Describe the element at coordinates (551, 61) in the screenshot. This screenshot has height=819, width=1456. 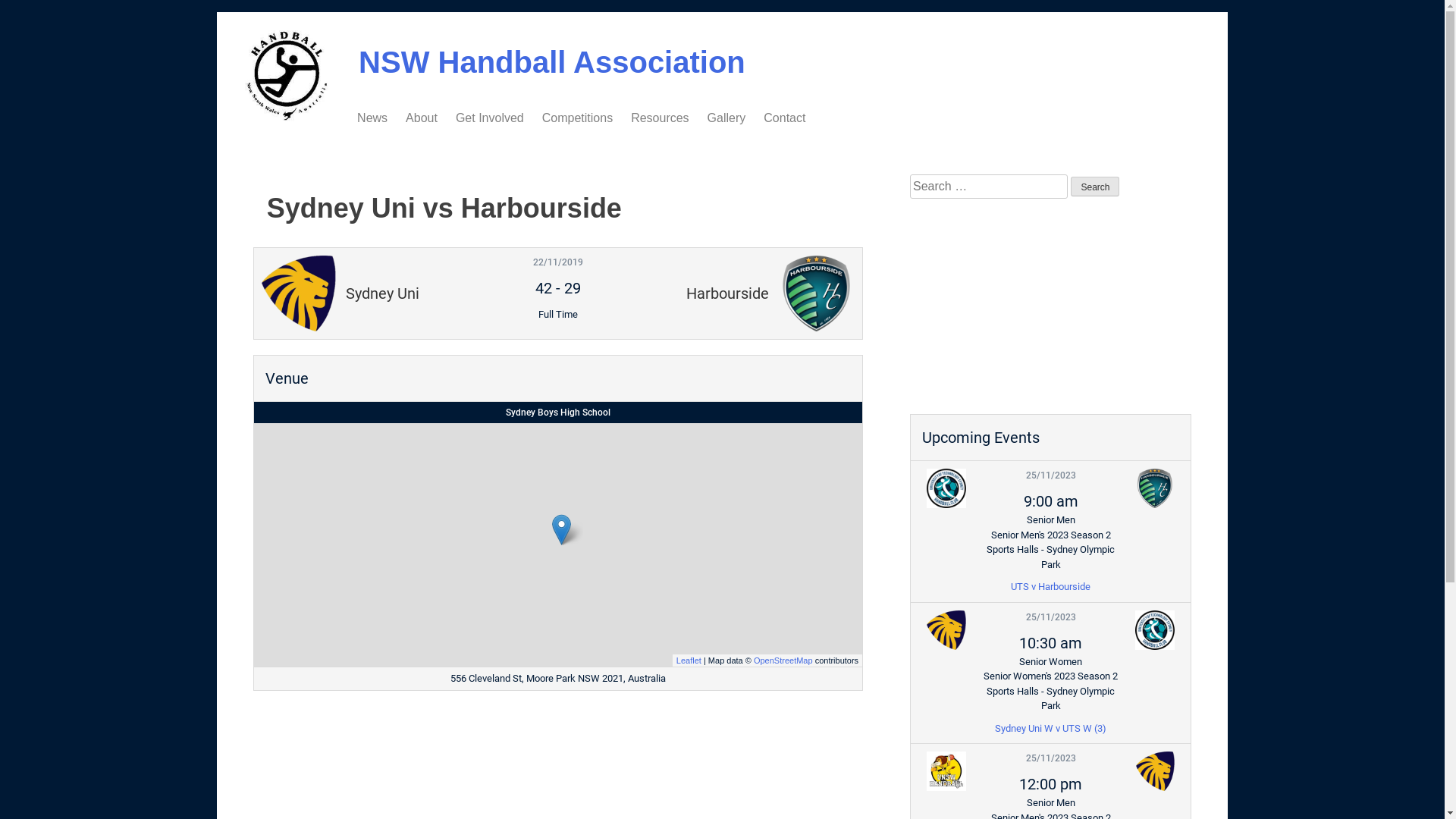
I see `'NSW Handball Association'` at that location.